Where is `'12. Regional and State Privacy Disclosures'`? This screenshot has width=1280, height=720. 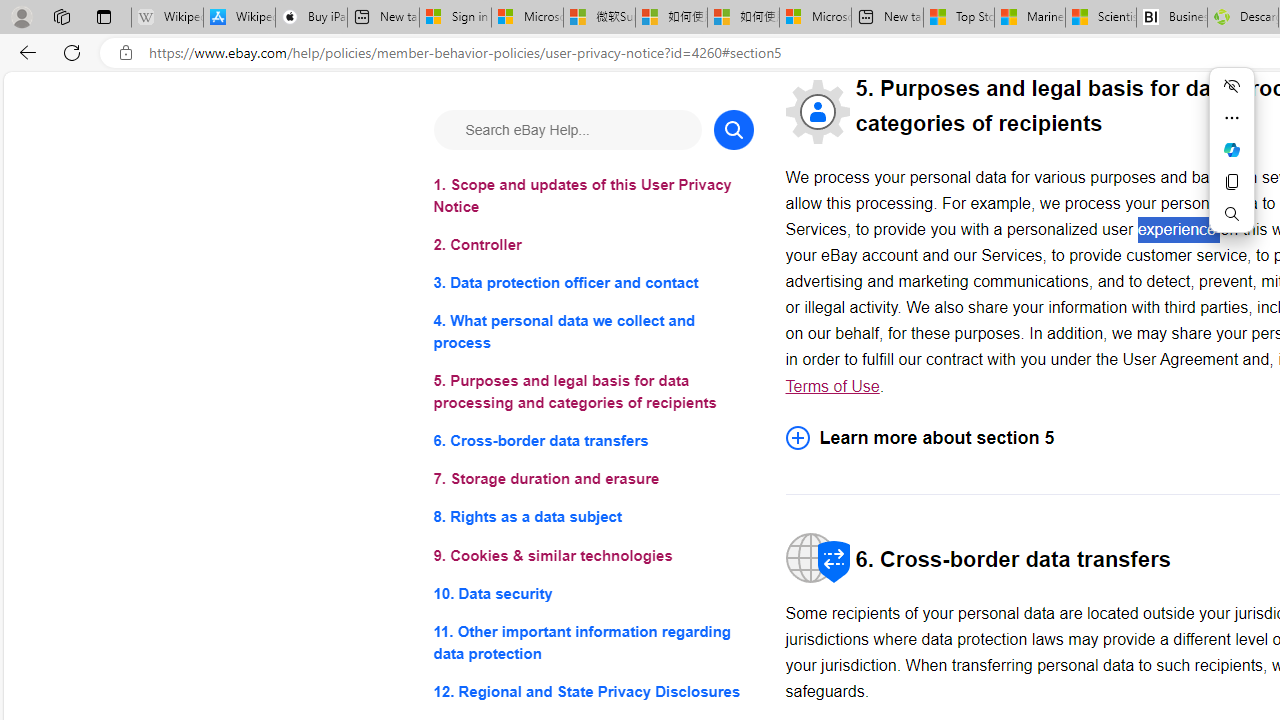
'12. Regional and State Privacy Disclosures' is located at coordinates (592, 690).